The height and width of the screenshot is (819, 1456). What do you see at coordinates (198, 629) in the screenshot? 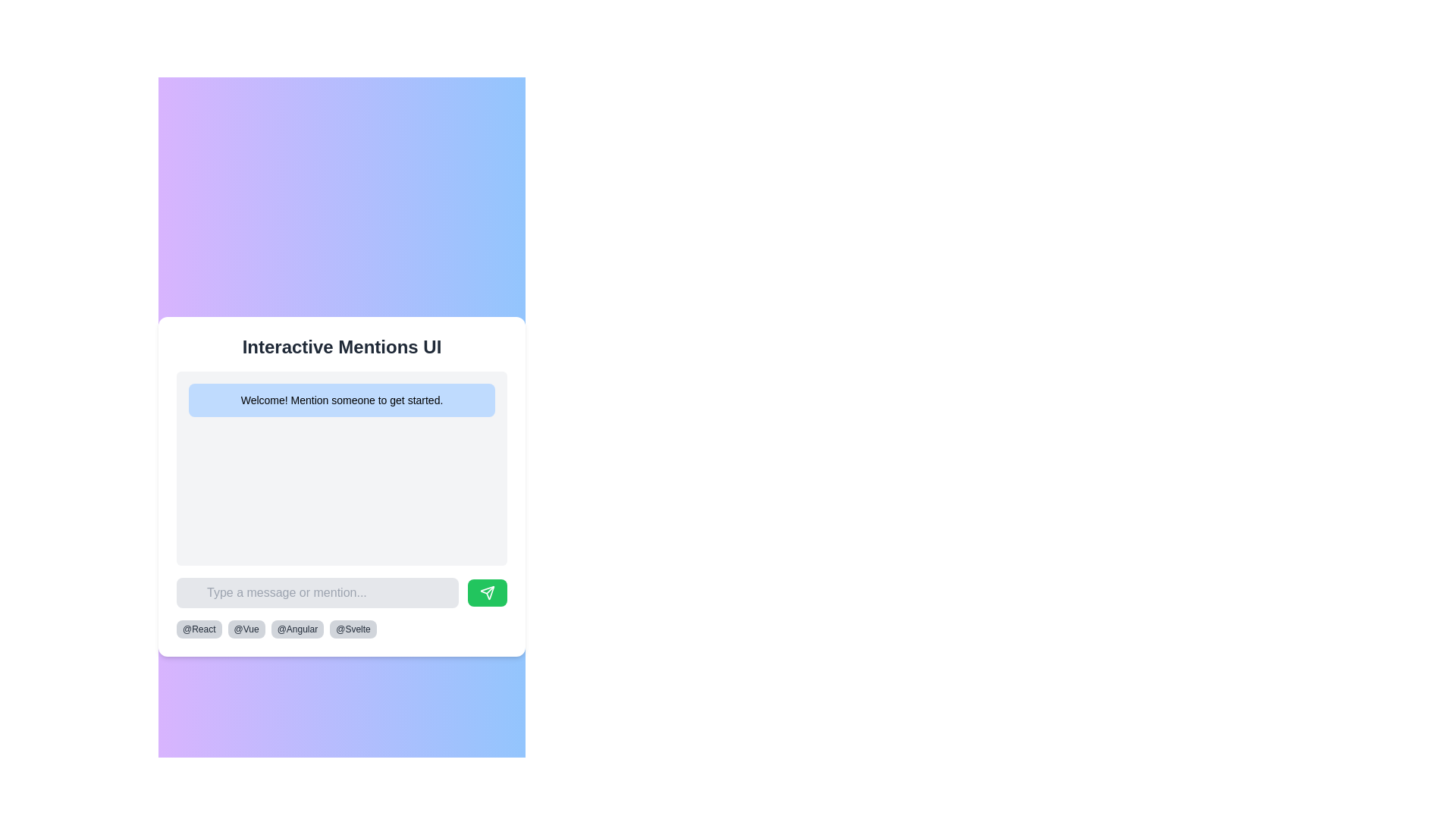
I see `the first label representing the 'React' framework` at bounding box center [198, 629].